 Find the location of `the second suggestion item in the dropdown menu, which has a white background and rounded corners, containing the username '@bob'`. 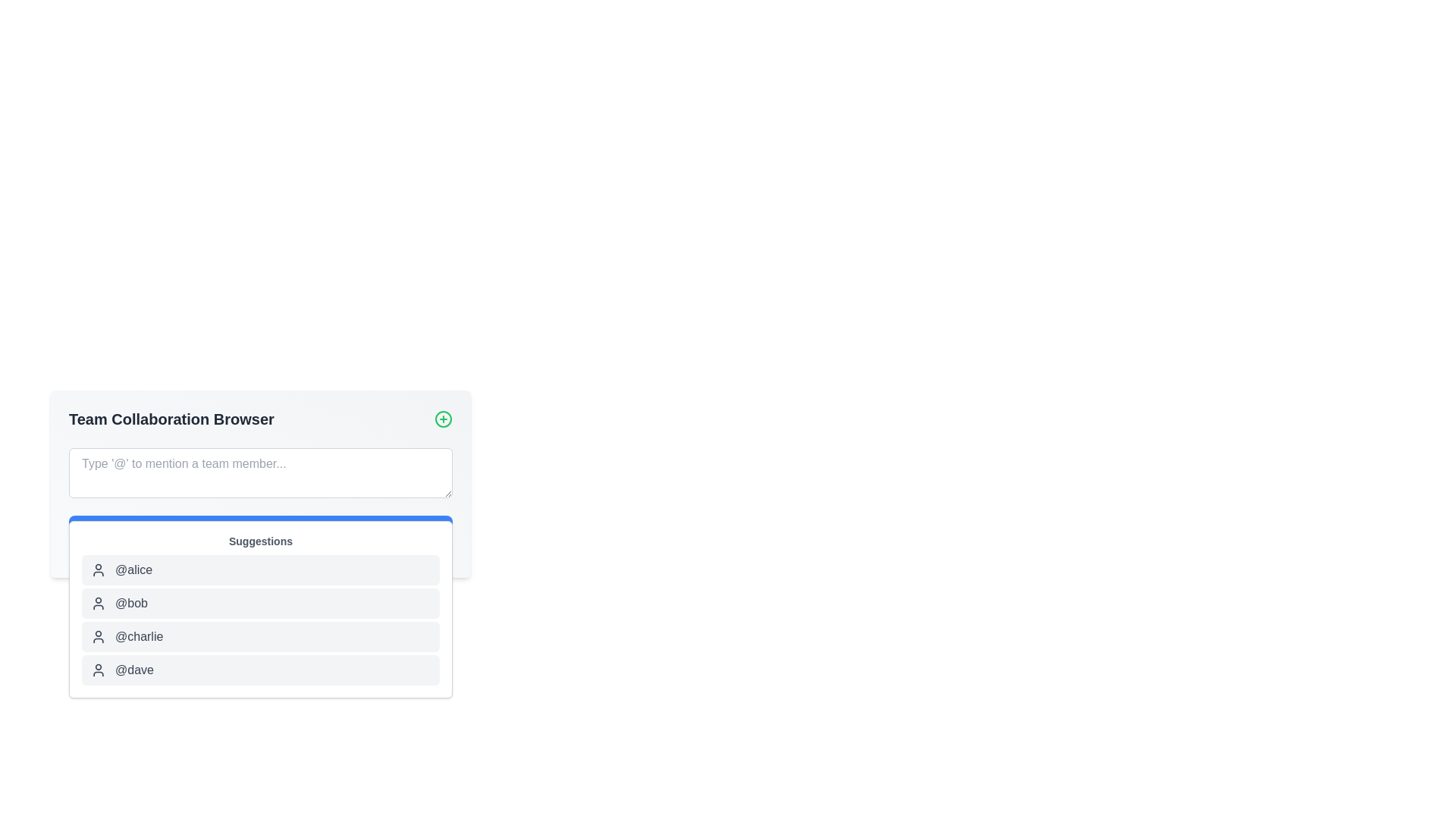

the second suggestion item in the dropdown menu, which has a white background and rounded corners, containing the username '@bob' is located at coordinates (261, 608).